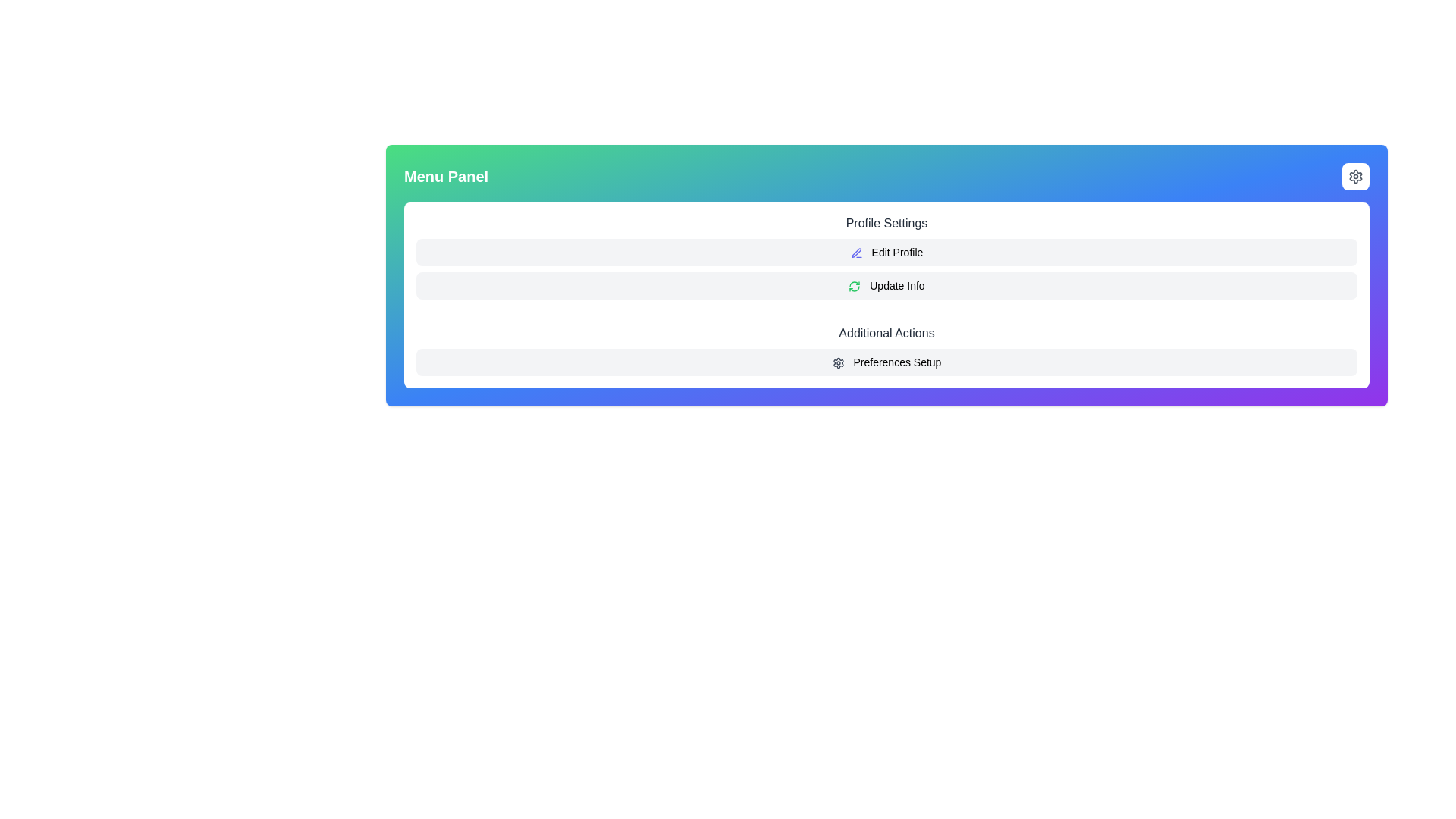  What do you see at coordinates (886, 286) in the screenshot?
I see `the 'Update Info' button located directly below the 'Edit Profile' button in the 'Profile Settings' section of the Menu Panel` at bounding box center [886, 286].